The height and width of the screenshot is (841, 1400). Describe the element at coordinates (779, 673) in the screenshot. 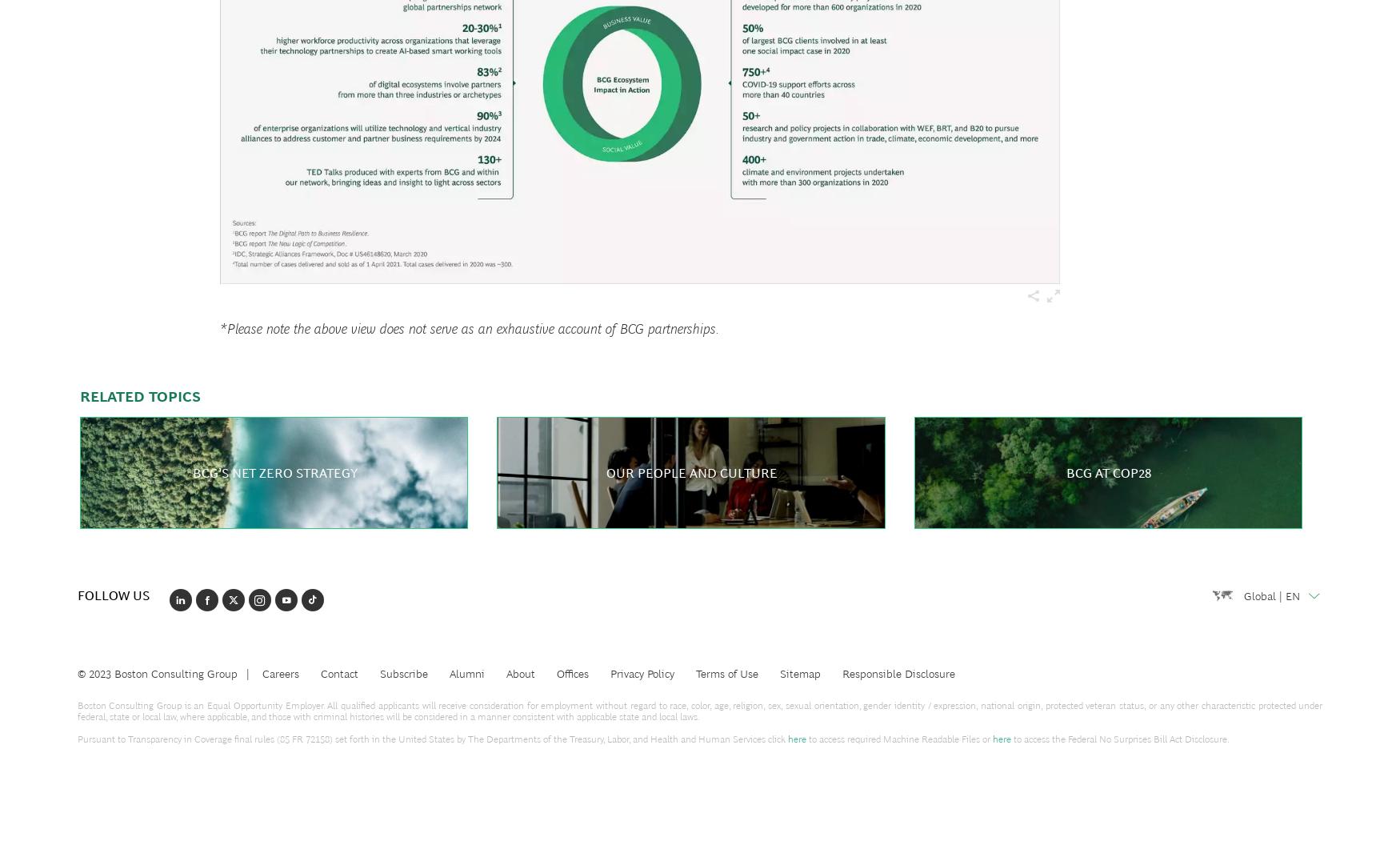

I see `'Sitemap'` at that location.